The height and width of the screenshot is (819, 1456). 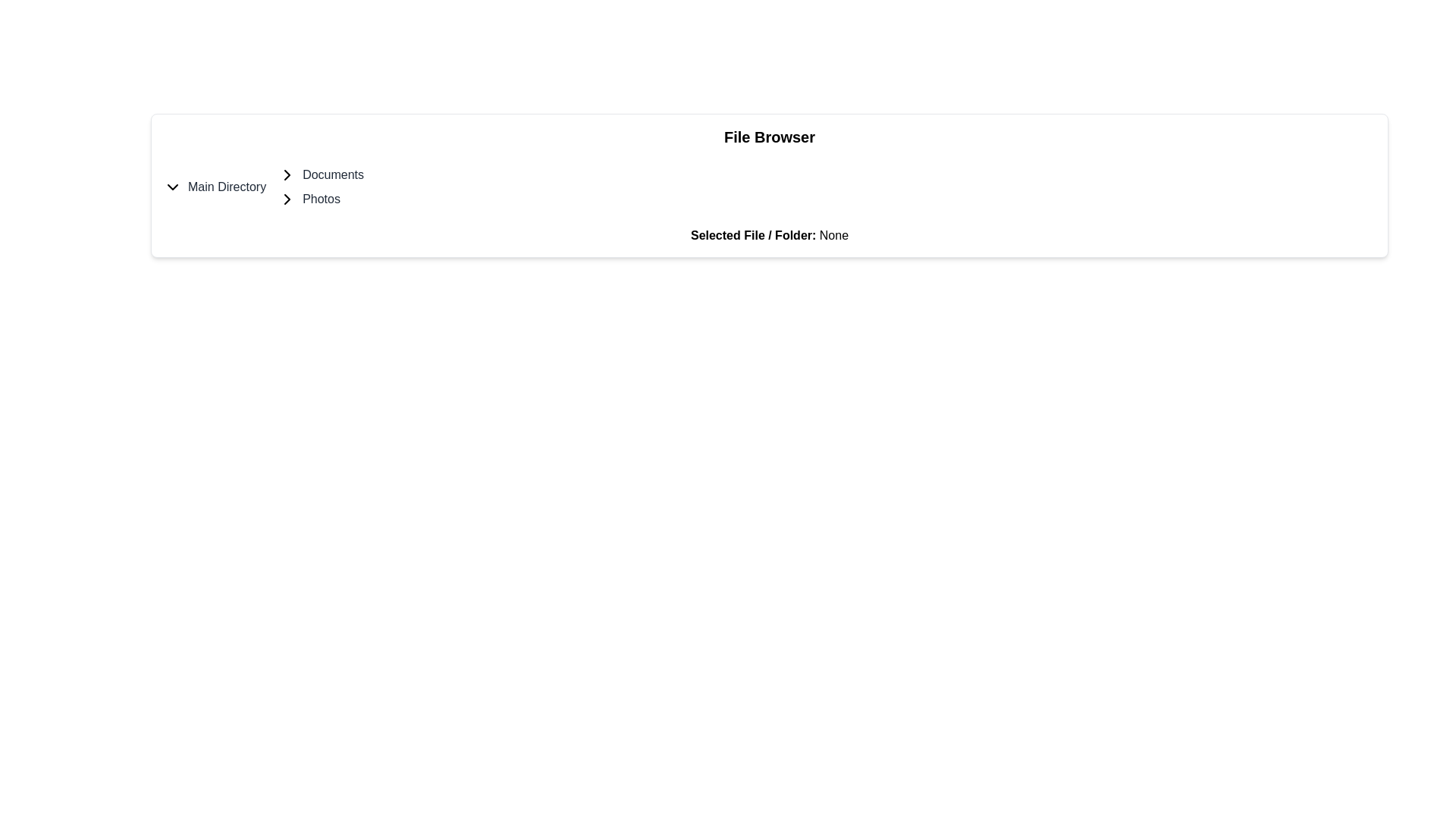 What do you see at coordinates (320, 174) in the screenshot?
I see `the 'Documents' button or menu item, which is the first item in the list and adjacent to a right-pointing arrow icon` at bounding box center [320, 174].